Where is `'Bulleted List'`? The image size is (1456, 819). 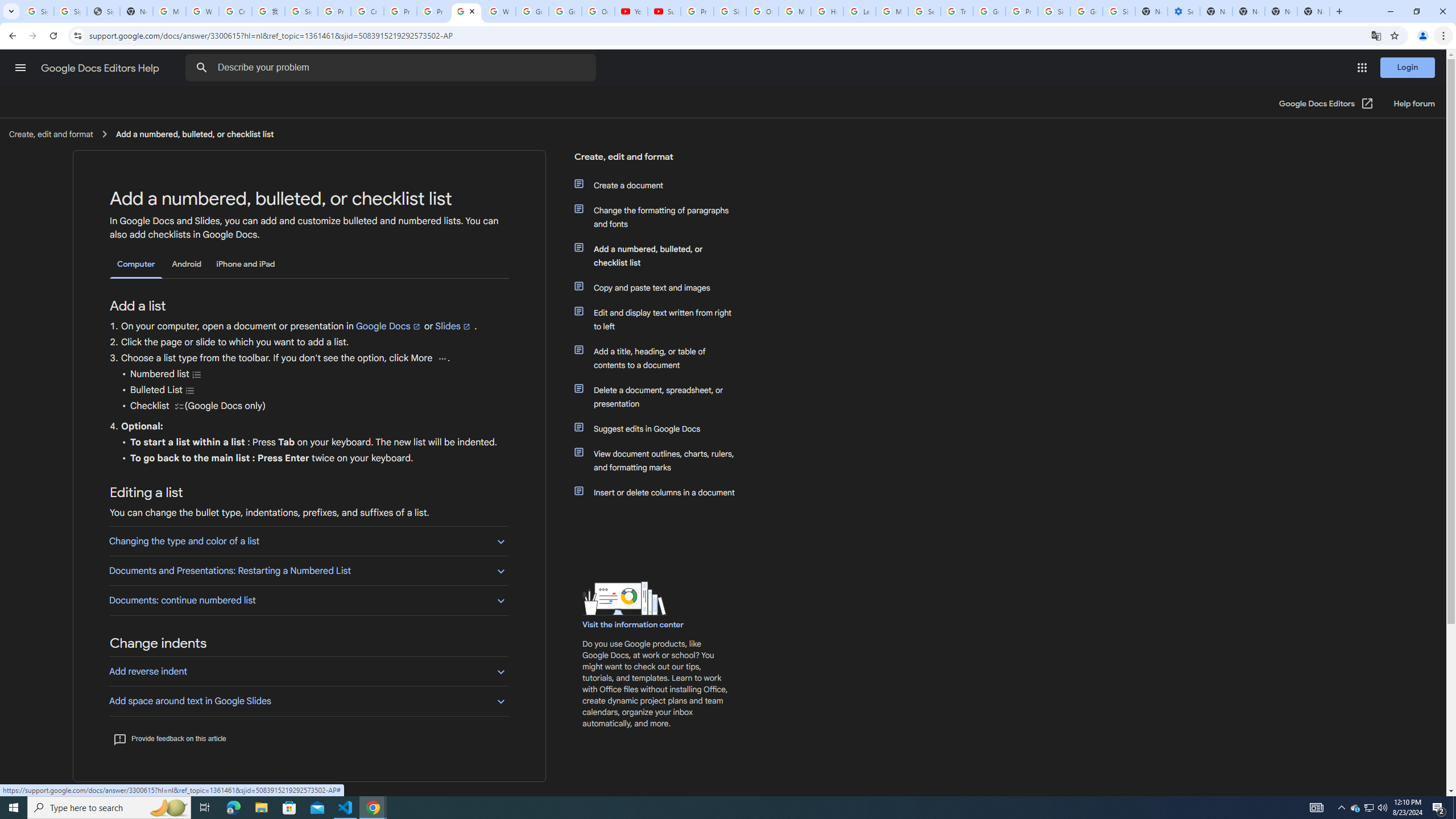 'Bulleted List' is located at coordinates (190, 390).